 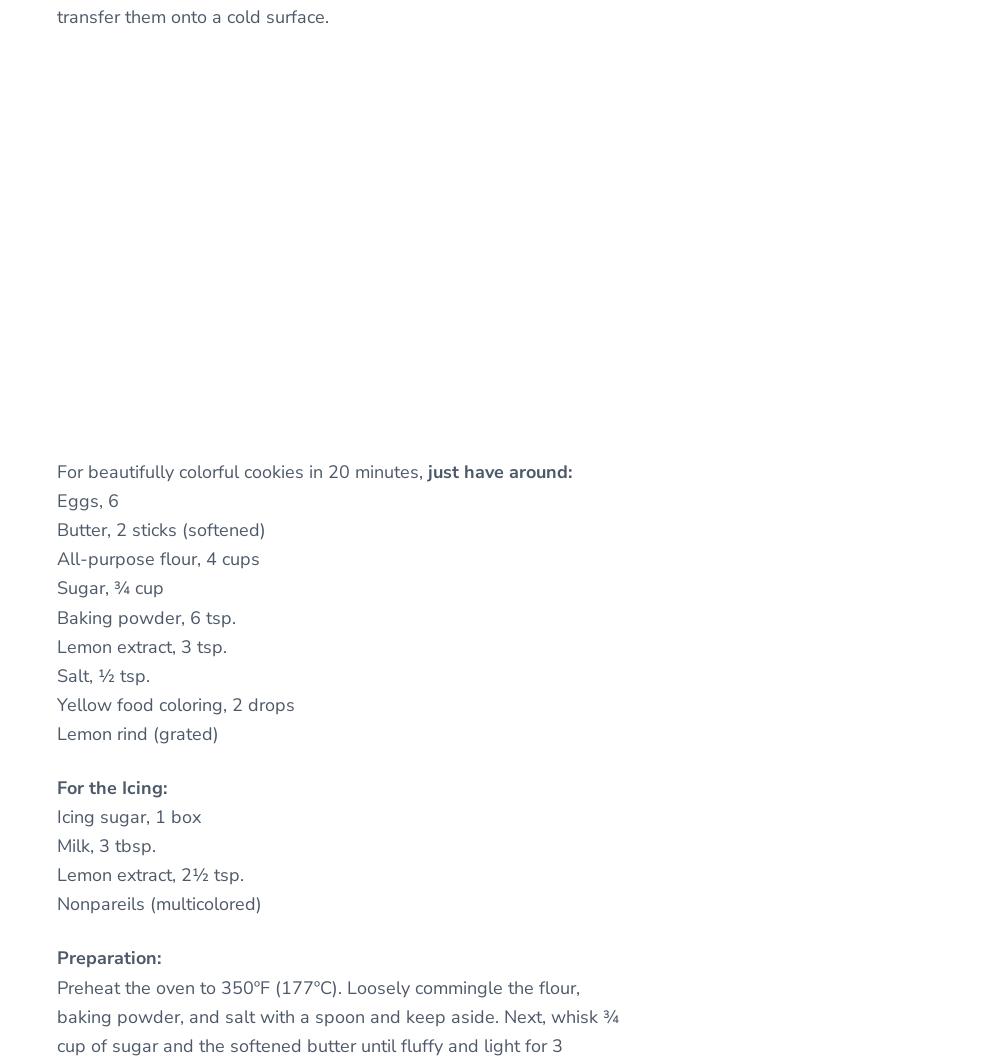 What do you see at coordinates (55, 902) in the screenshot?
I see `'Nonpareils (multicolored)'` at bounding box center [55, 902].